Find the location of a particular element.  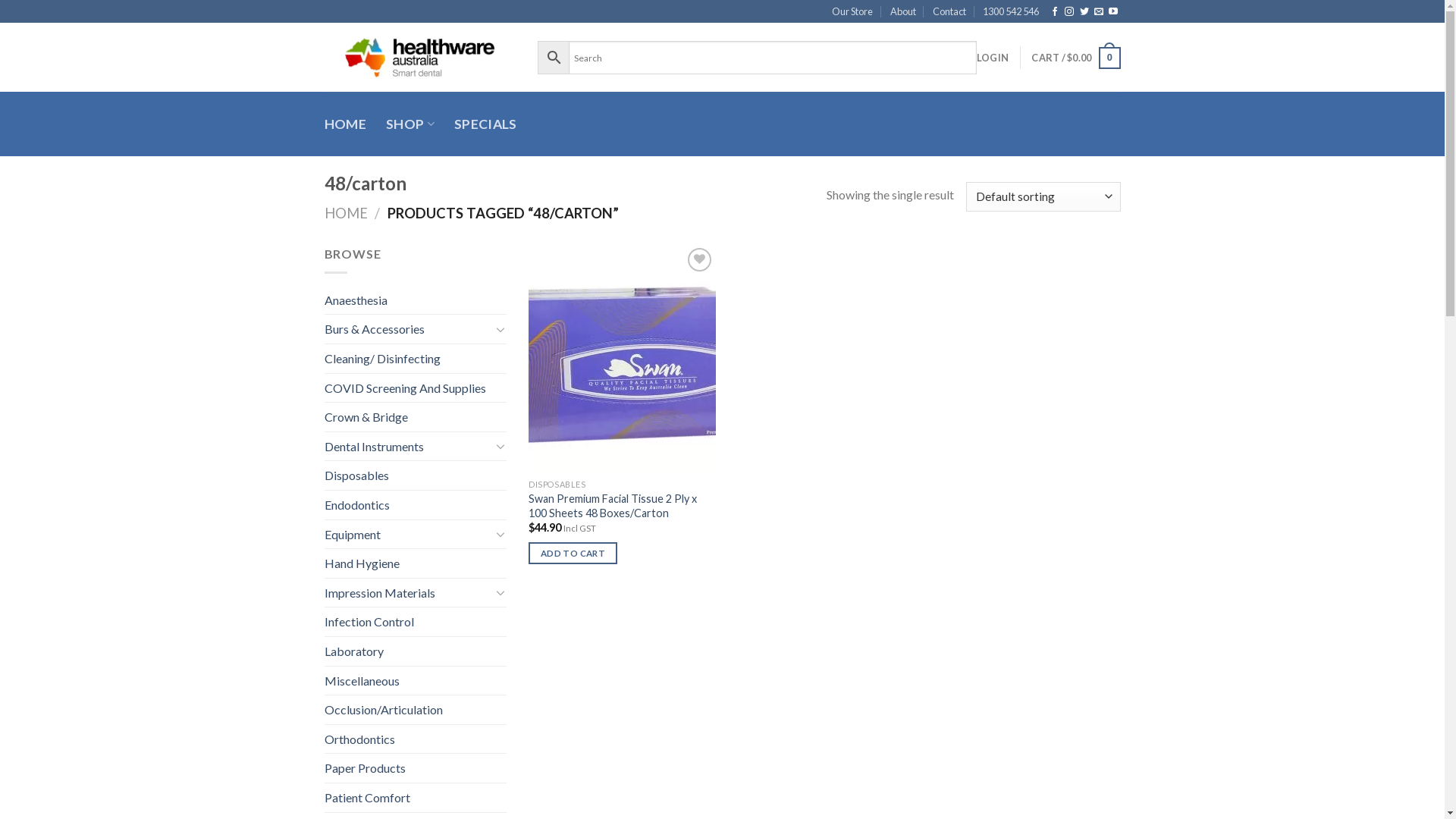

'ADD TO CART' is located at coordinates (571, 553).